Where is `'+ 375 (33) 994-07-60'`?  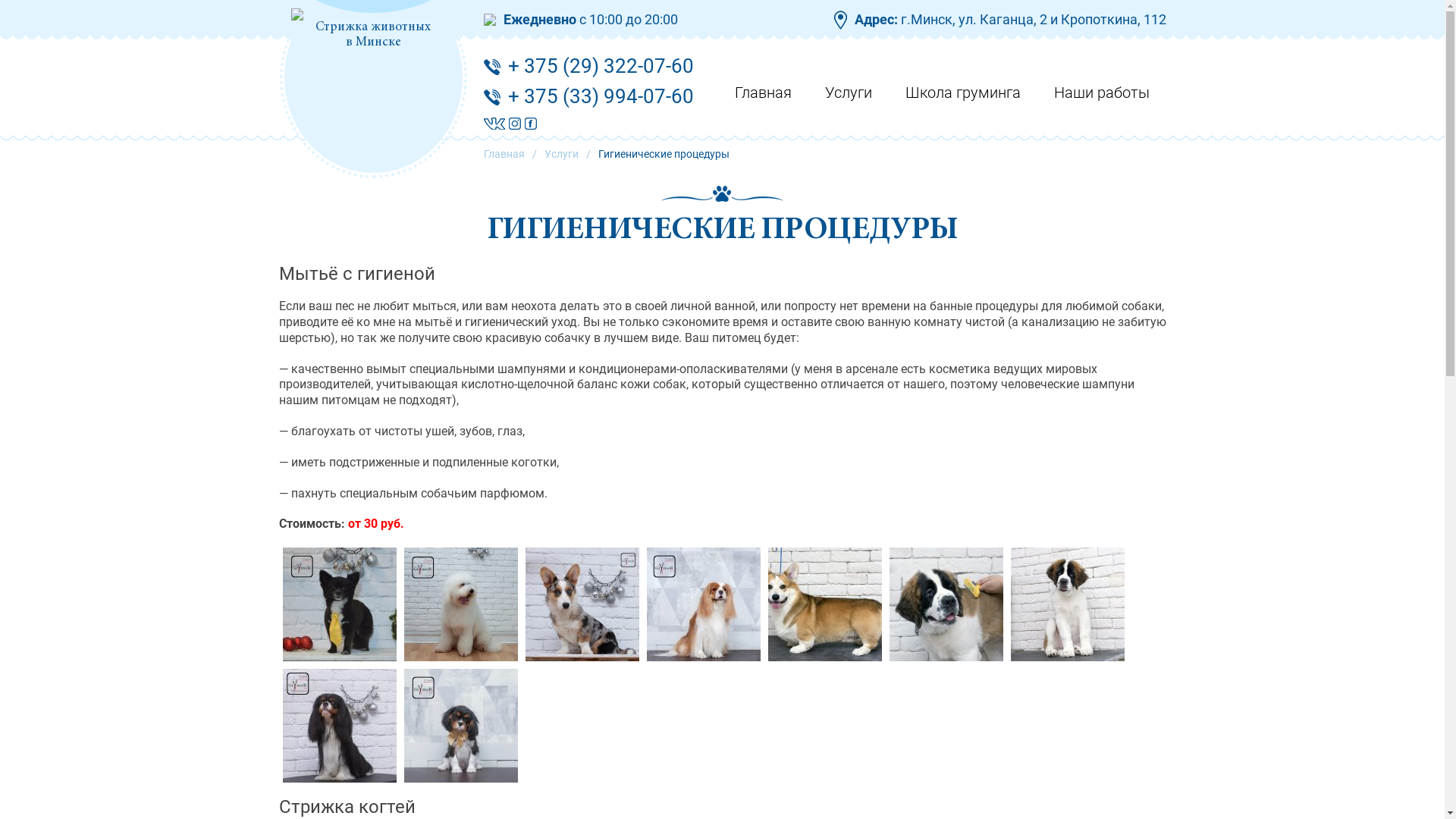 '+ 375 (33) 994-07-60' is located at coordinates (508, 96).